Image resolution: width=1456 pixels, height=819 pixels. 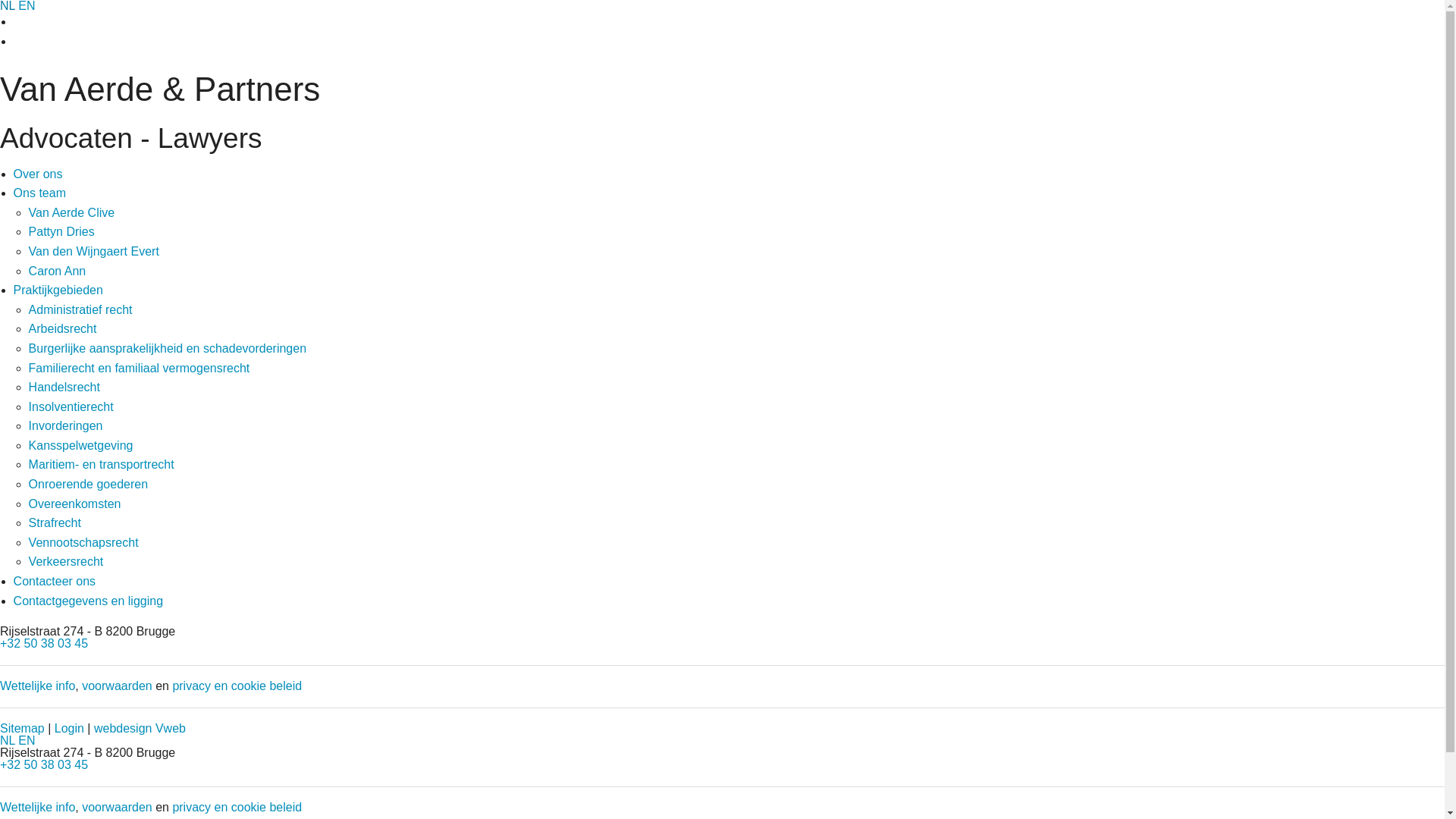 What do you see at coordinates (167, 348) in the screenshot?
I see `'Burgerlijke aansprakelijkheid en schadevorderingen'` at bounding box center [167, 348].